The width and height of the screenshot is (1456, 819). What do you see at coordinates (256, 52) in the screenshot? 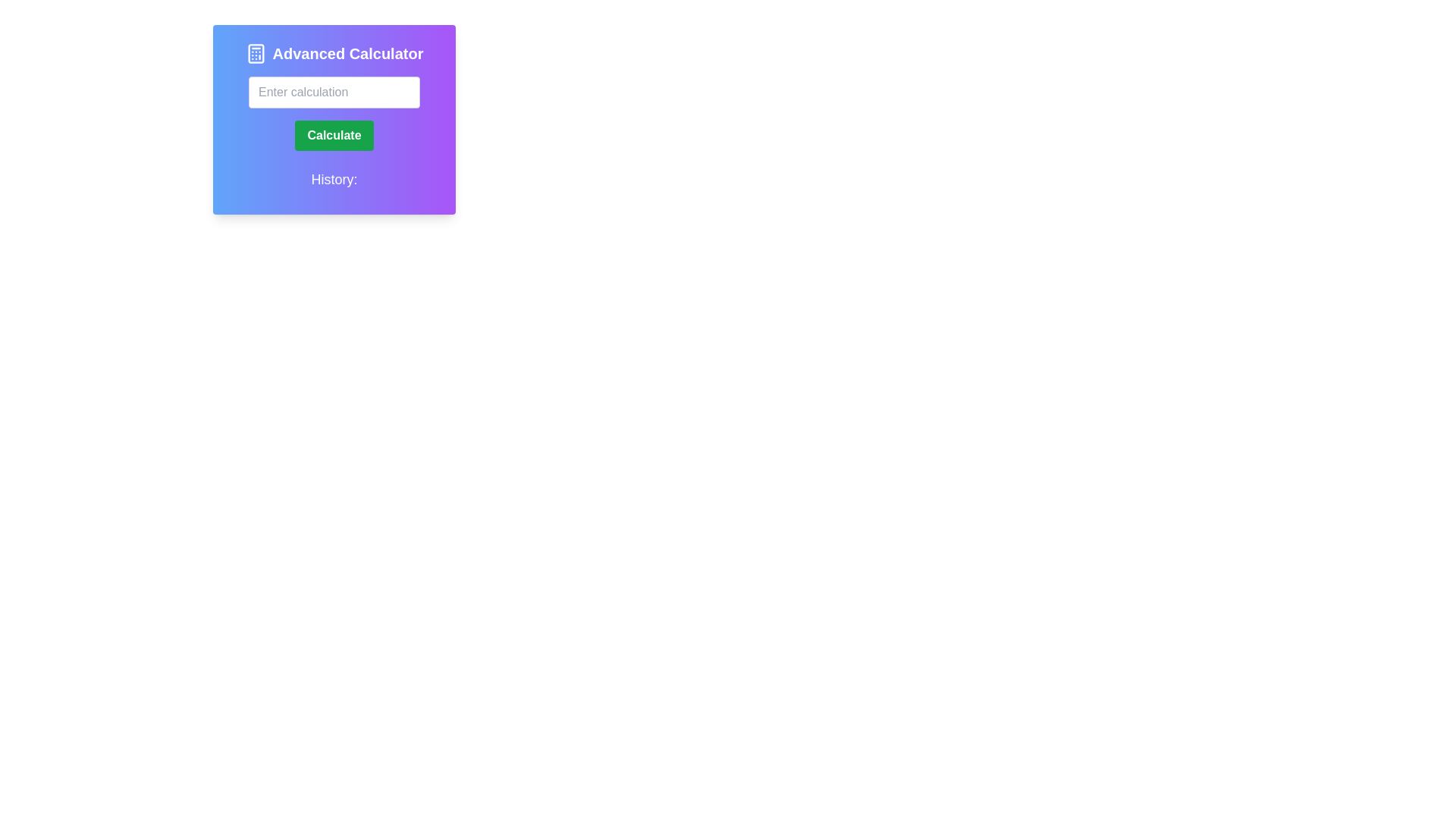
I see `the Decorative icon component located within the calculator icon at the top left of the interface, next to the text 'Advanced Calculator'` at bounding box center [256, 52].